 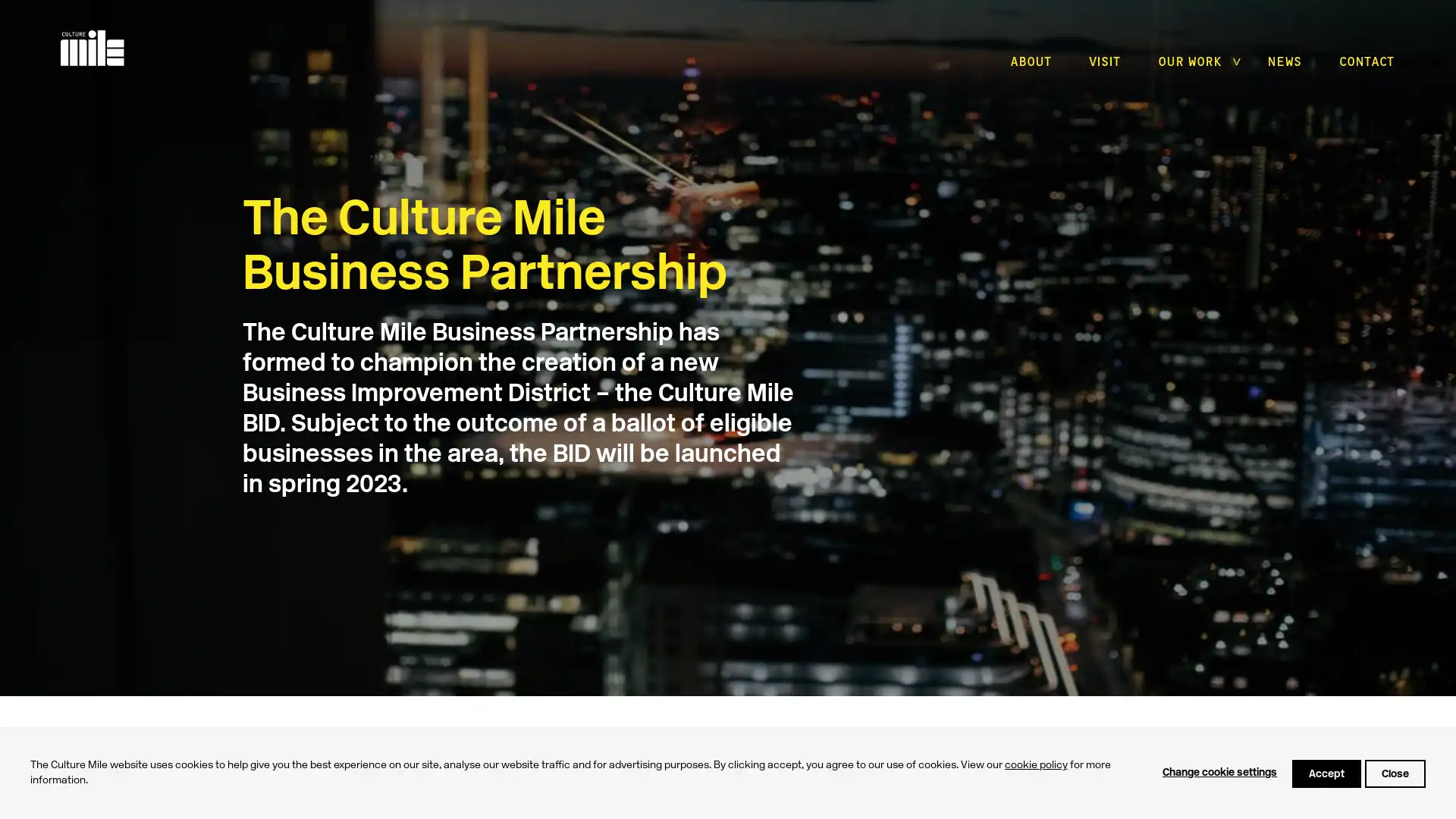 What do you see at coordinates (1326, 773) in the screenshot?
I see `Accept` at bounding box center [1326, 773].